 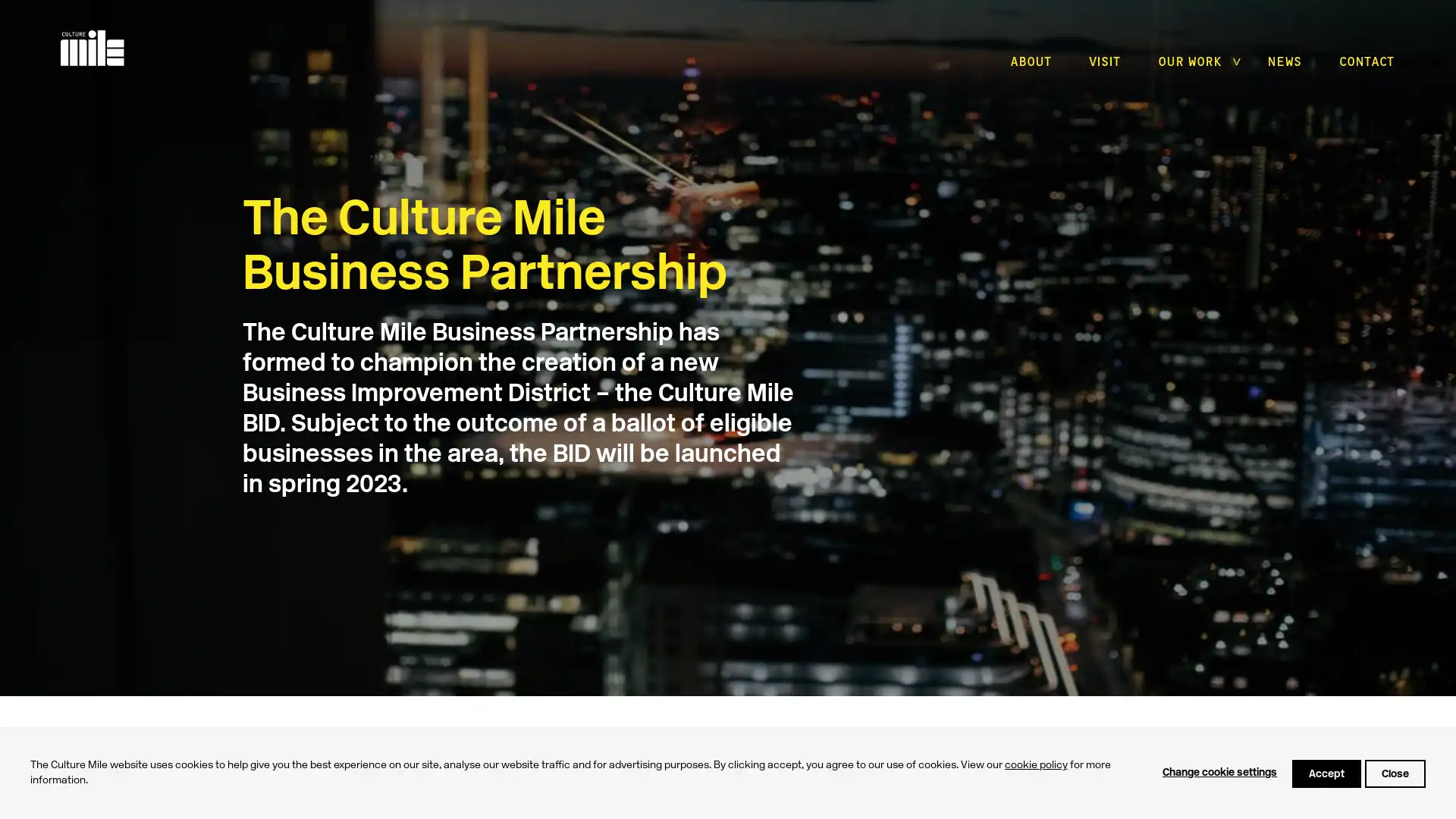 What do you see at coordinates (1326, 773) in the screenshot?
I see `Accept` at bounding box center [1326, 773].